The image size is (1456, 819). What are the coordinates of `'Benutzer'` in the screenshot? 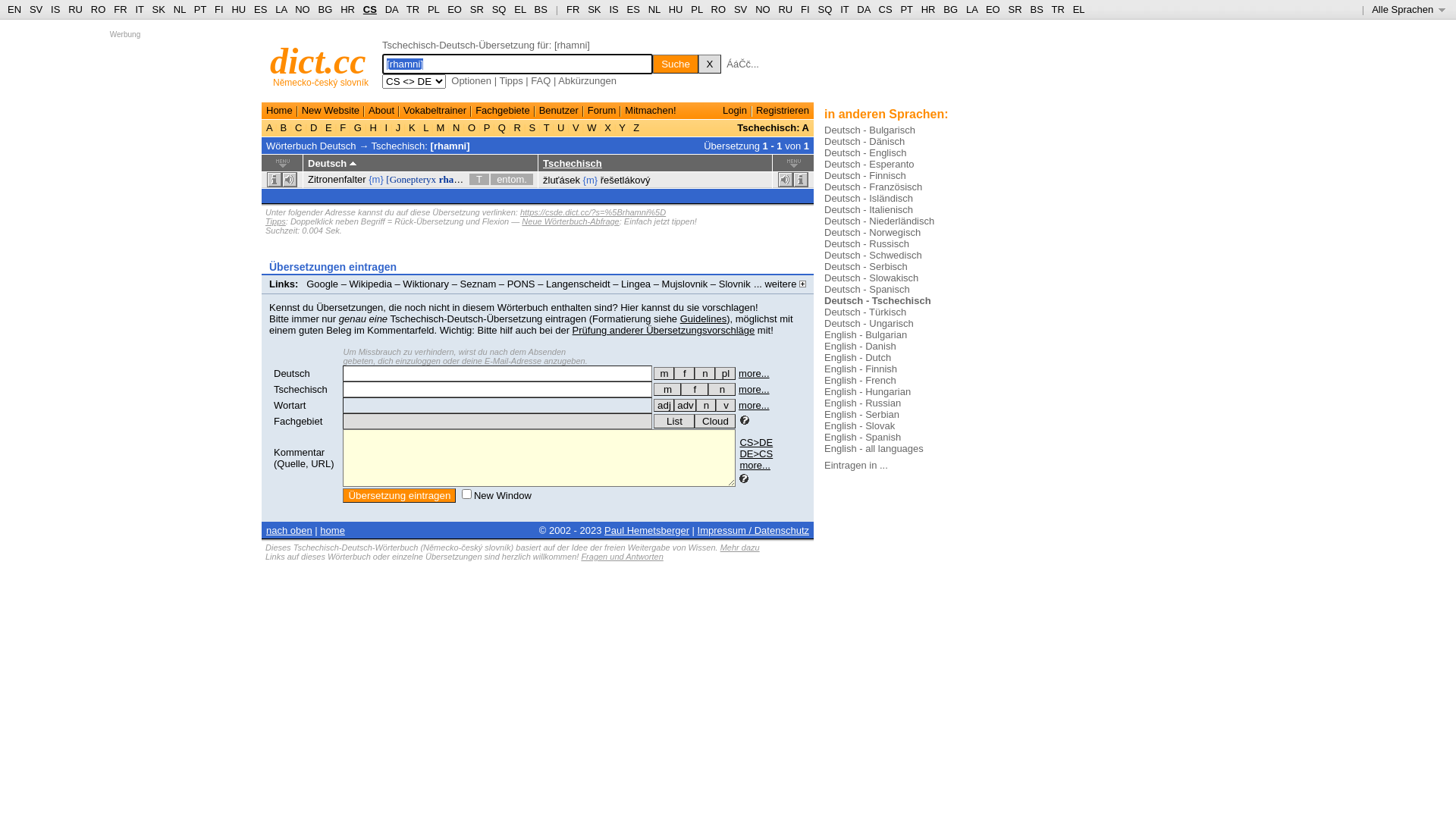 It's located at (558, 109).